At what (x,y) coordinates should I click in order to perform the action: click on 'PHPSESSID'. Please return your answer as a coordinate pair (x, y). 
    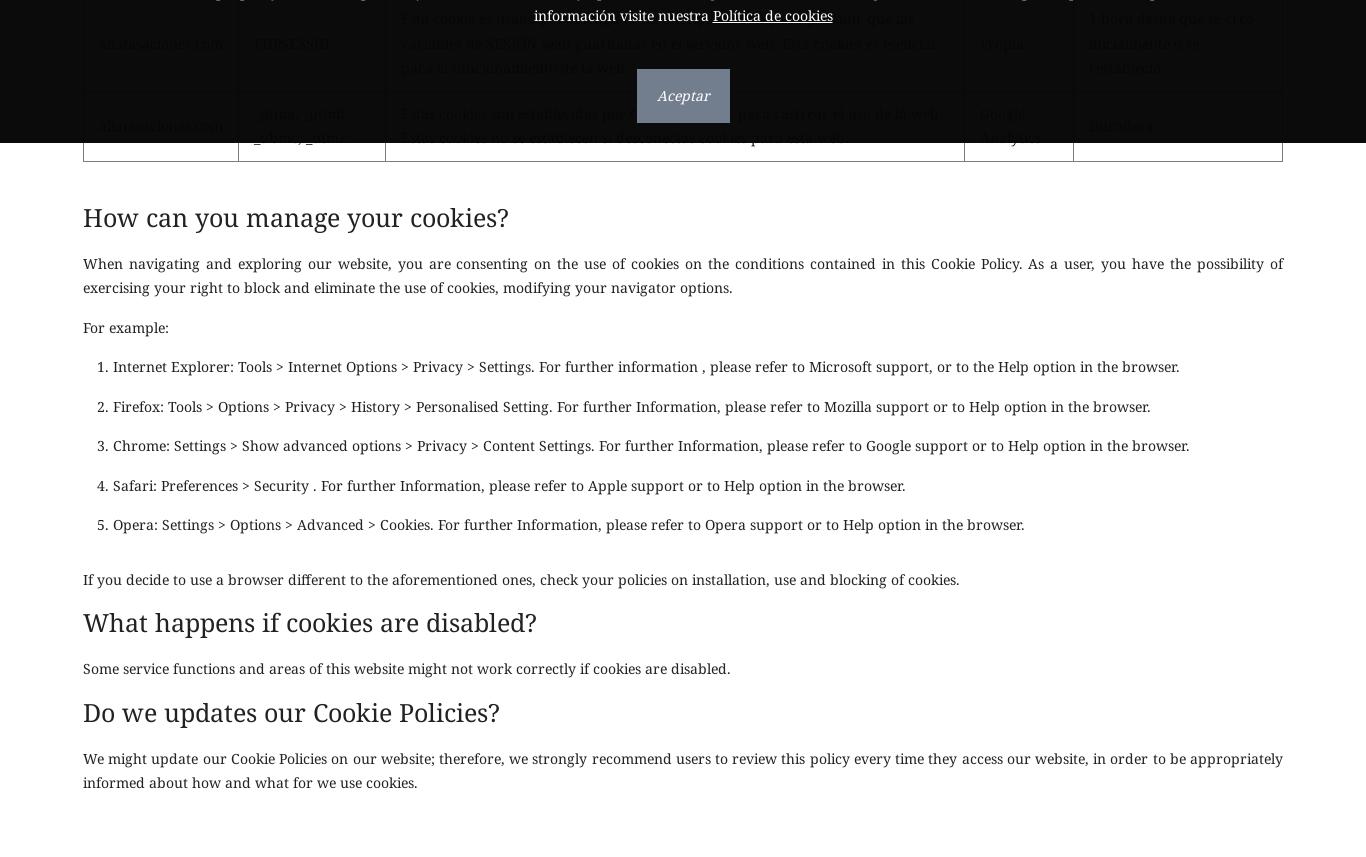
    Looking at the image, I should click on (291, 41).